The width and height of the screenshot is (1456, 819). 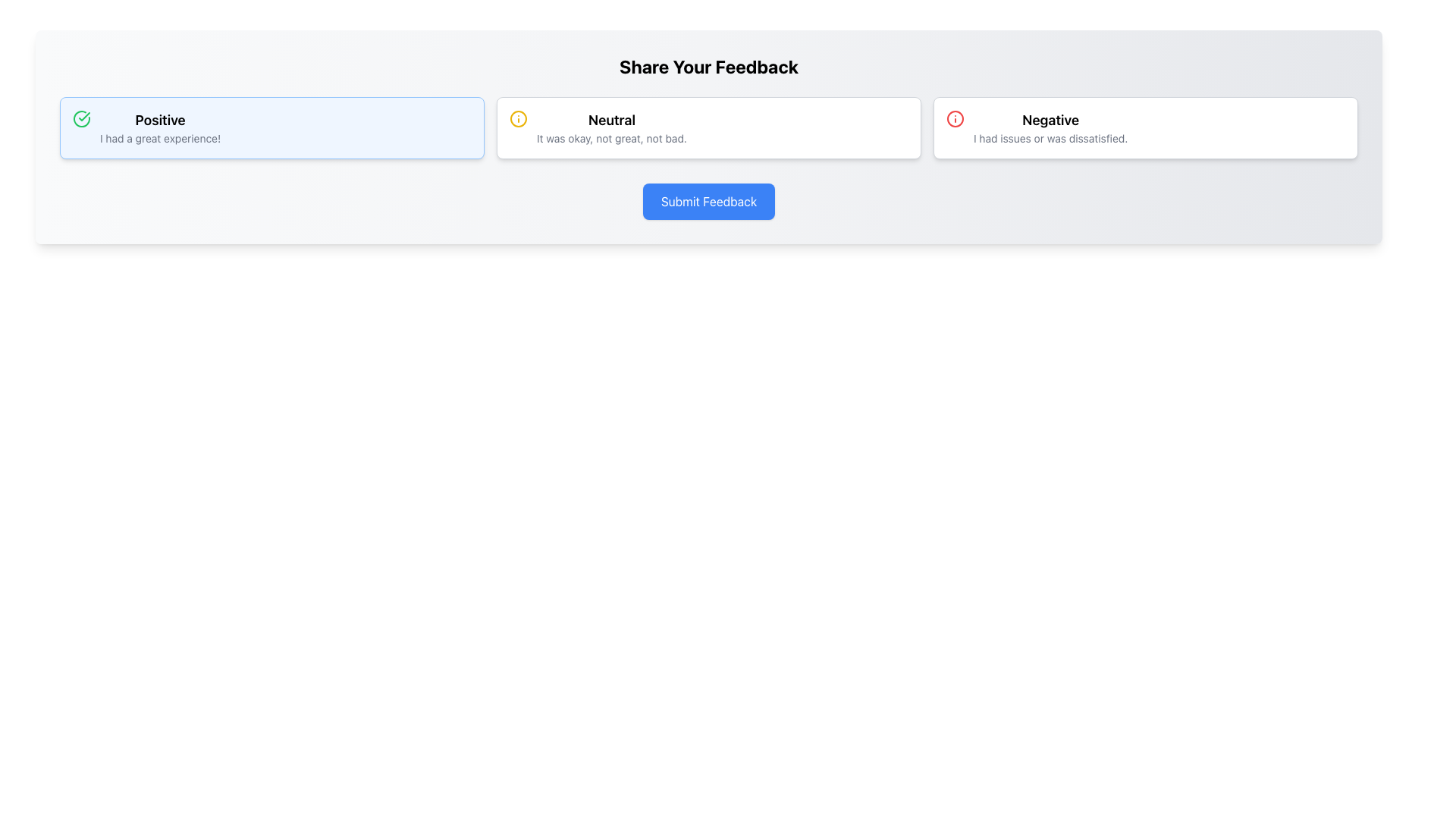 I want to click on the 'Negative' feedback option box labeled 'I had issues or was dissatisfied', so click(x=1146, y=127).